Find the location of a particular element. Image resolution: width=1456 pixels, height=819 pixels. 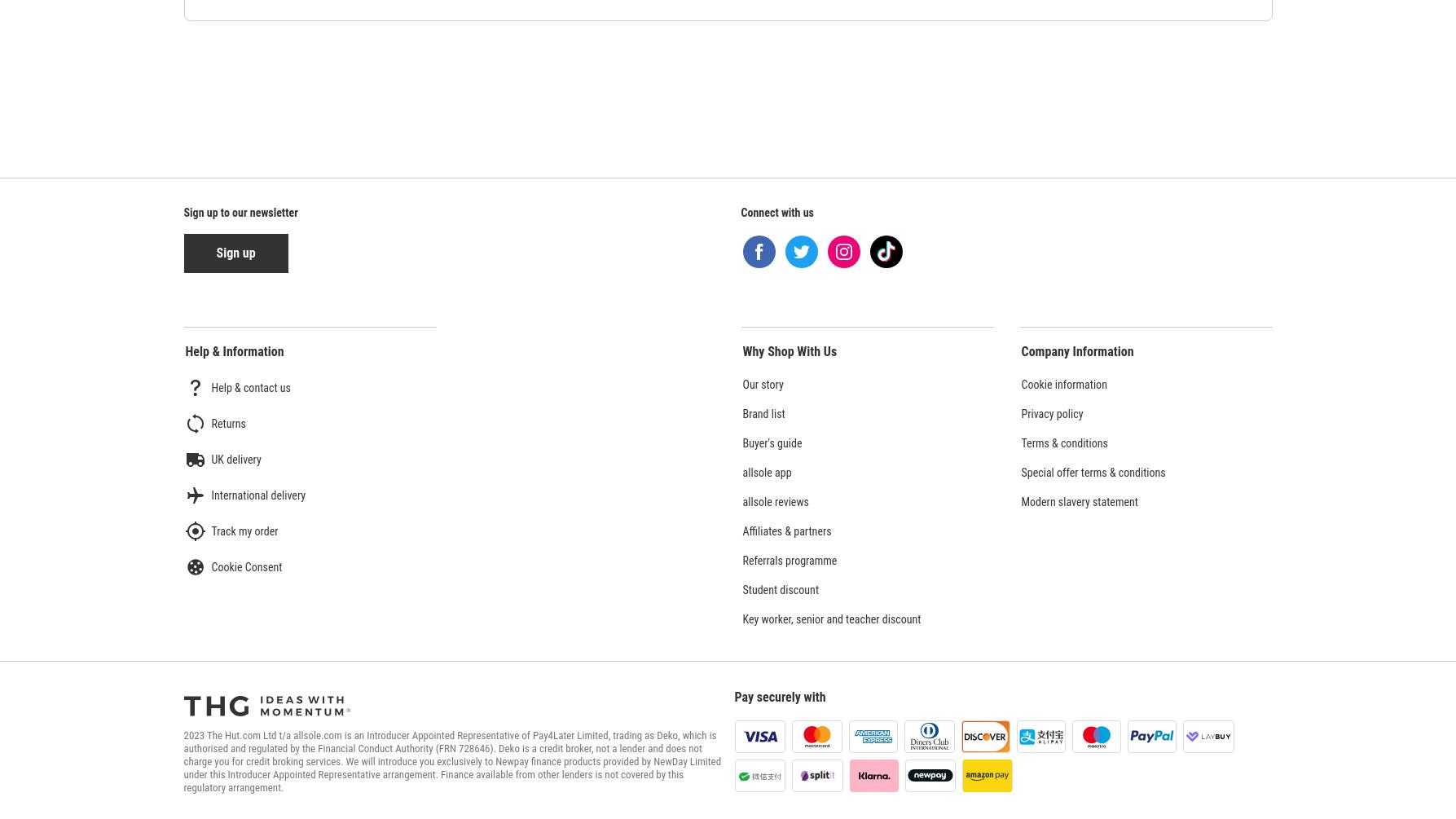

'UK delivery' is located at coordinates (235, 459).